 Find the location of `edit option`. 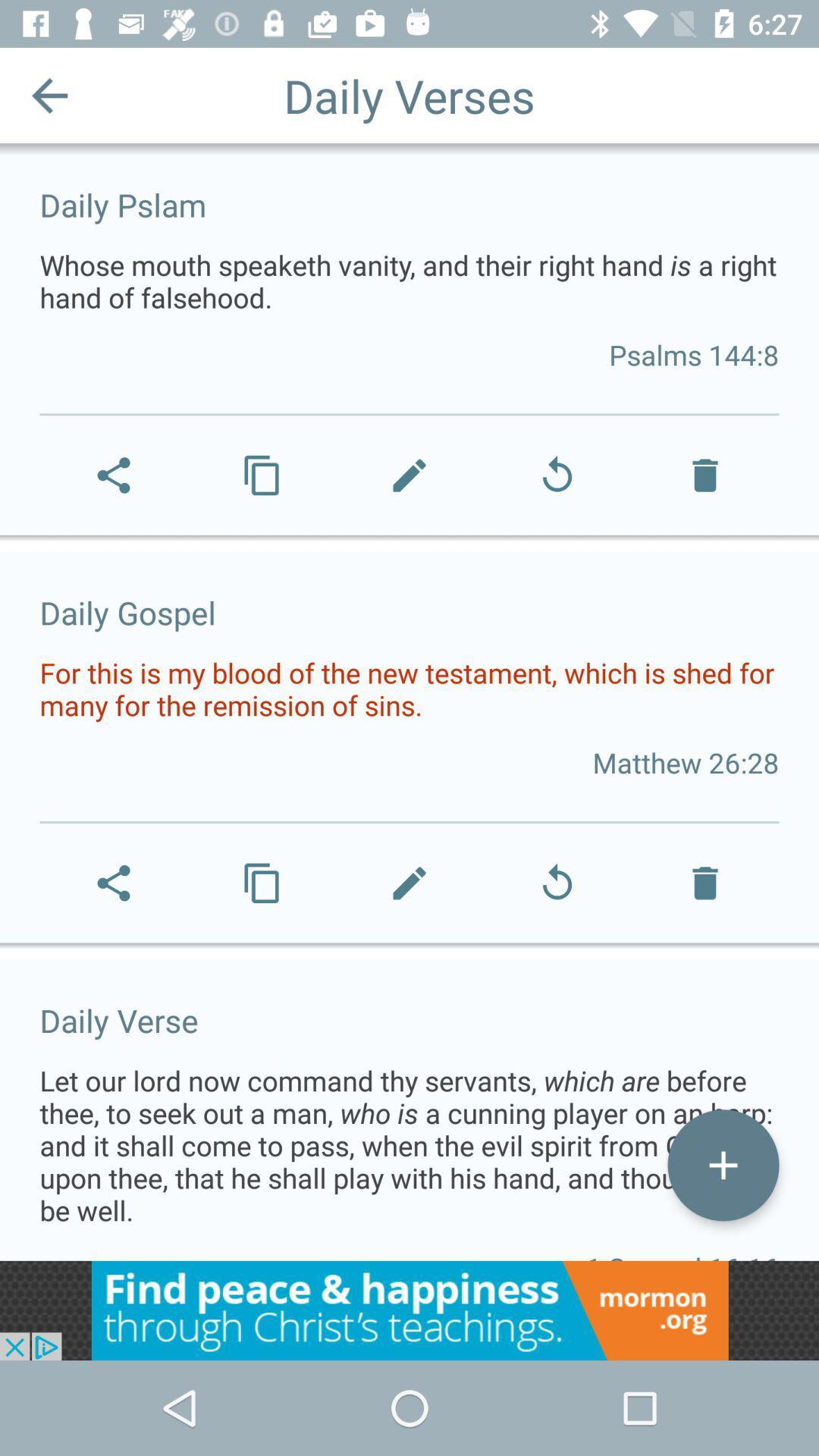

edit option is located at coordinates (722, 1164).